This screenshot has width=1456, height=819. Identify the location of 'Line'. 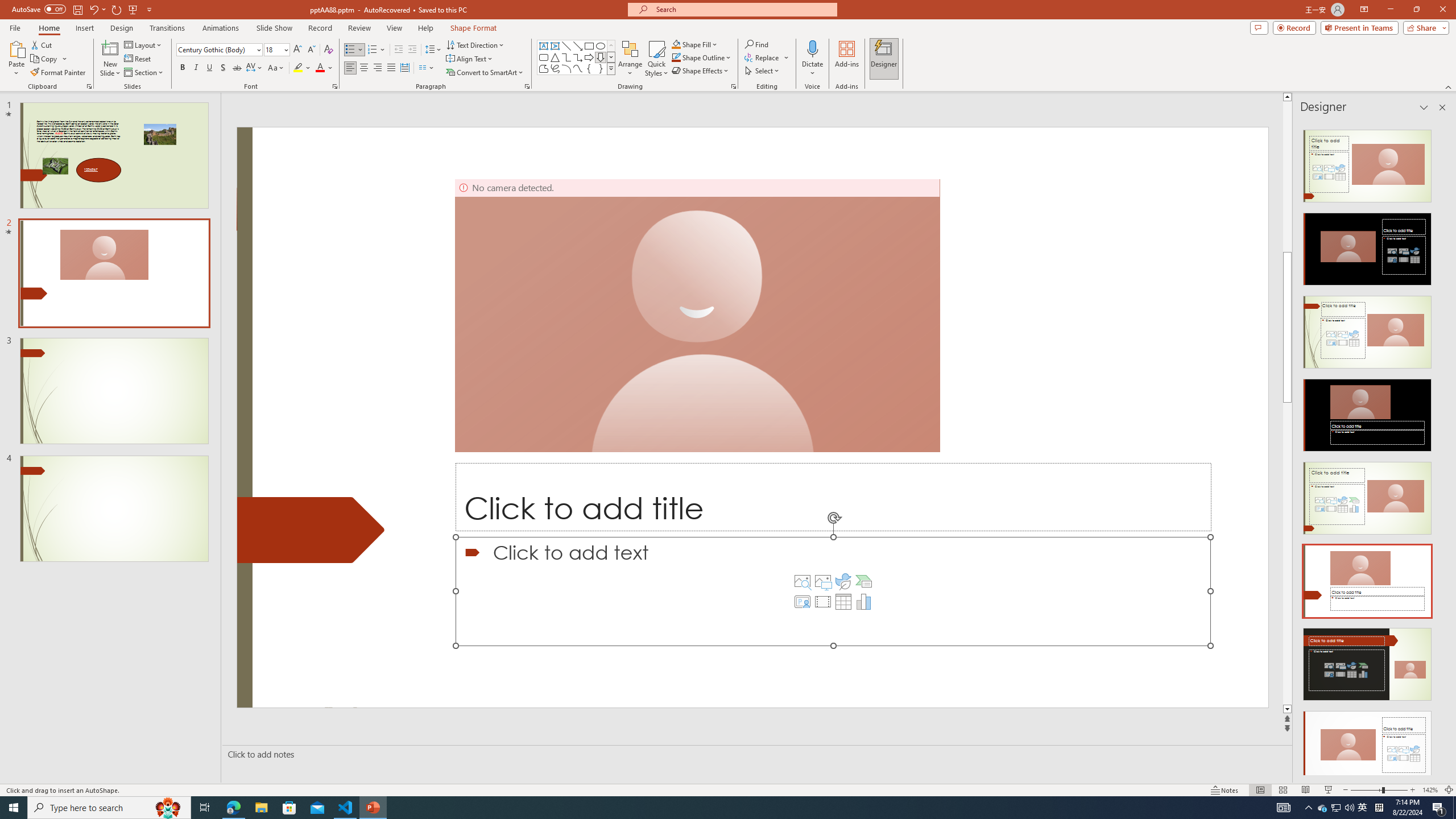
(565, 45).